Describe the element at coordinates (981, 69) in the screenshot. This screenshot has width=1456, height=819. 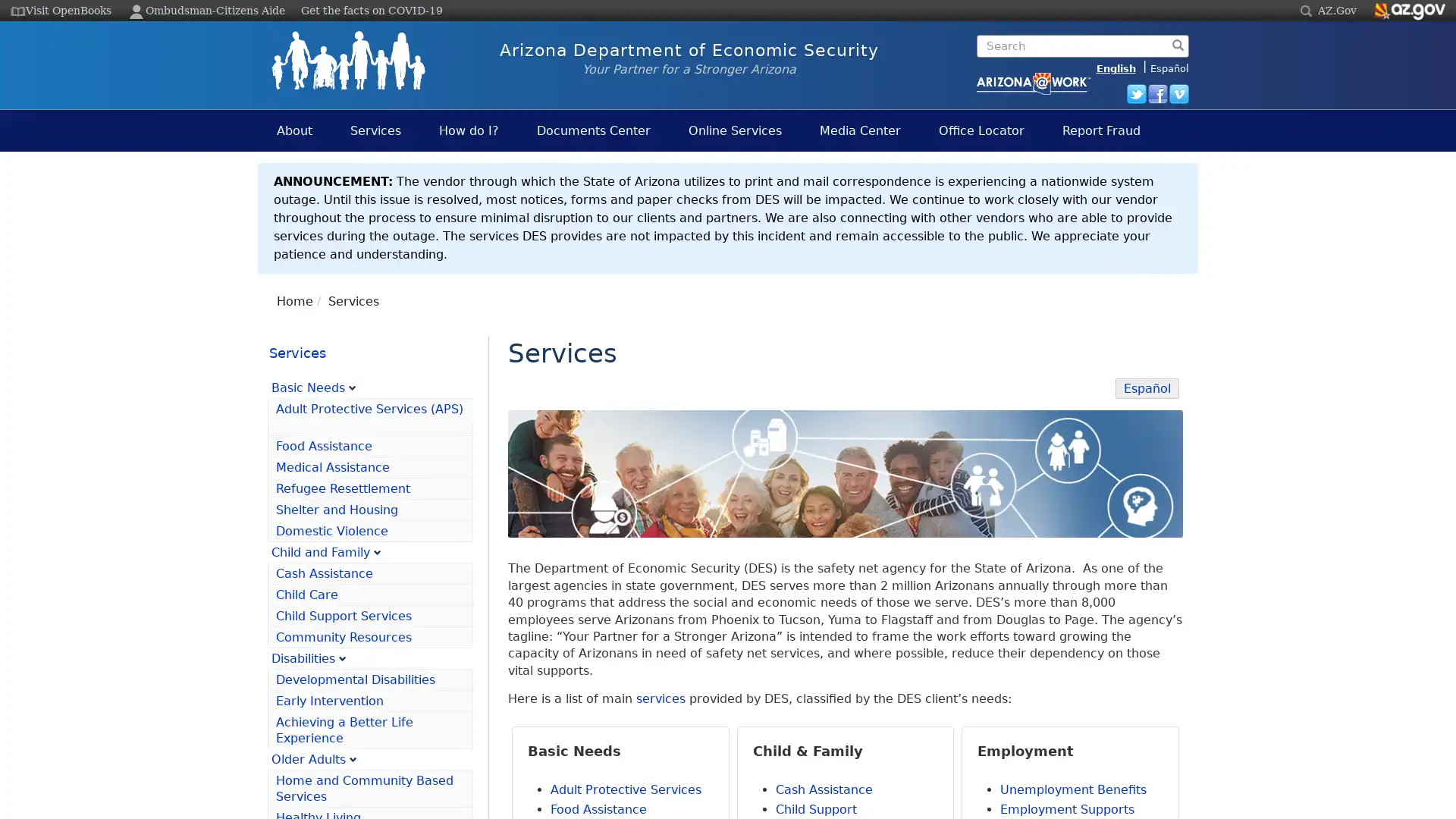
I see `Search` at that location.